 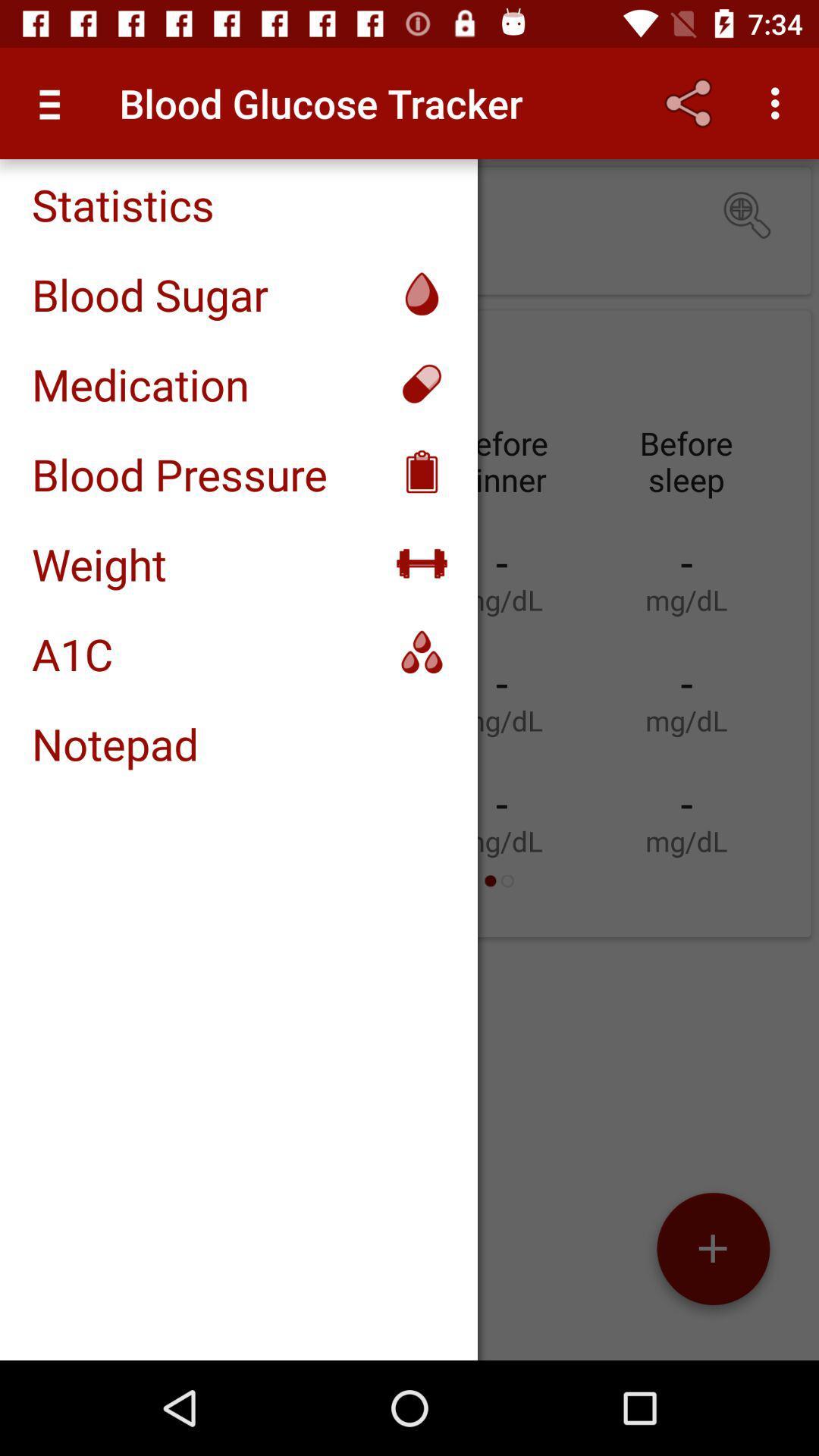 What do you see at coordinates (713, 1254) in the screenshot?
I see `the add icon` at bounding box center [713, 1254].